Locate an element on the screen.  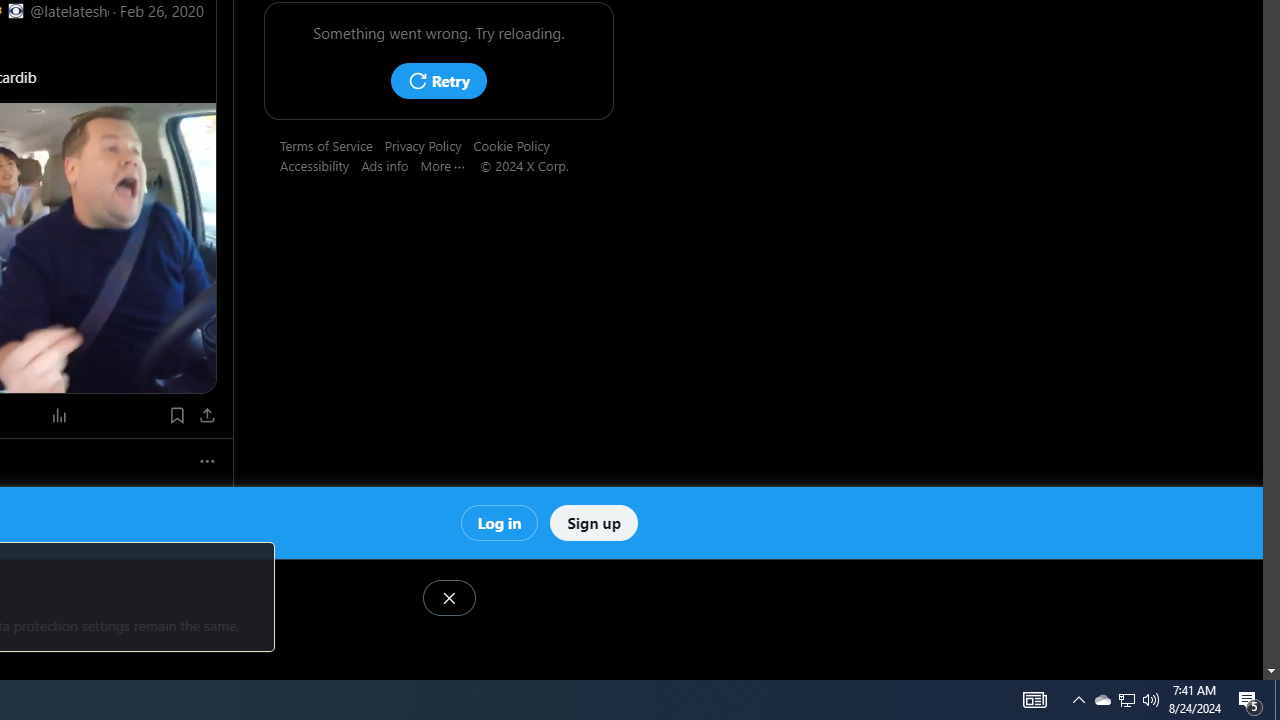
'More' is located at coordinates (449, 164).